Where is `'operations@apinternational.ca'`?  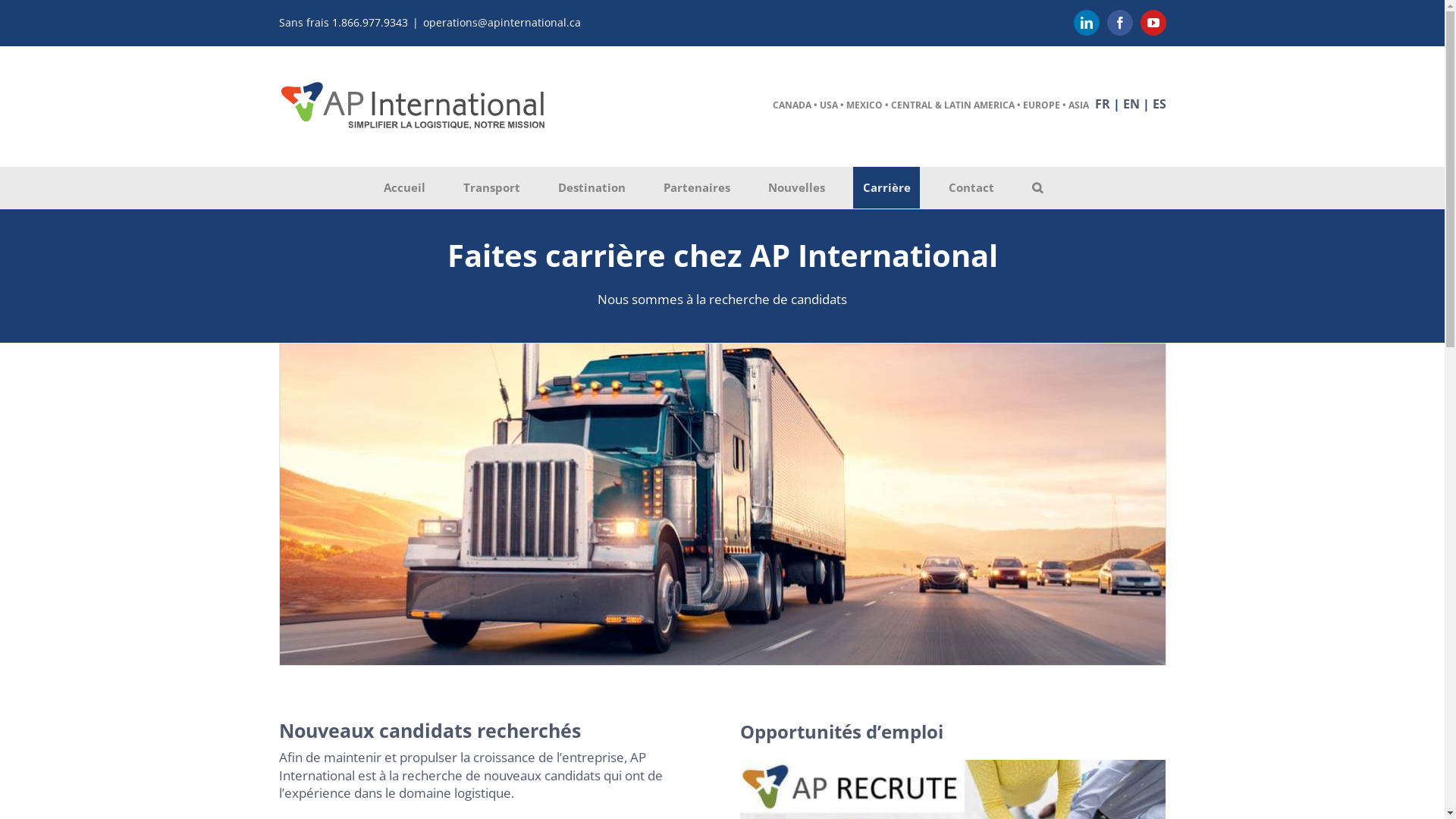 'operations@apinternational.ca' is located at coordinates (422, 22).